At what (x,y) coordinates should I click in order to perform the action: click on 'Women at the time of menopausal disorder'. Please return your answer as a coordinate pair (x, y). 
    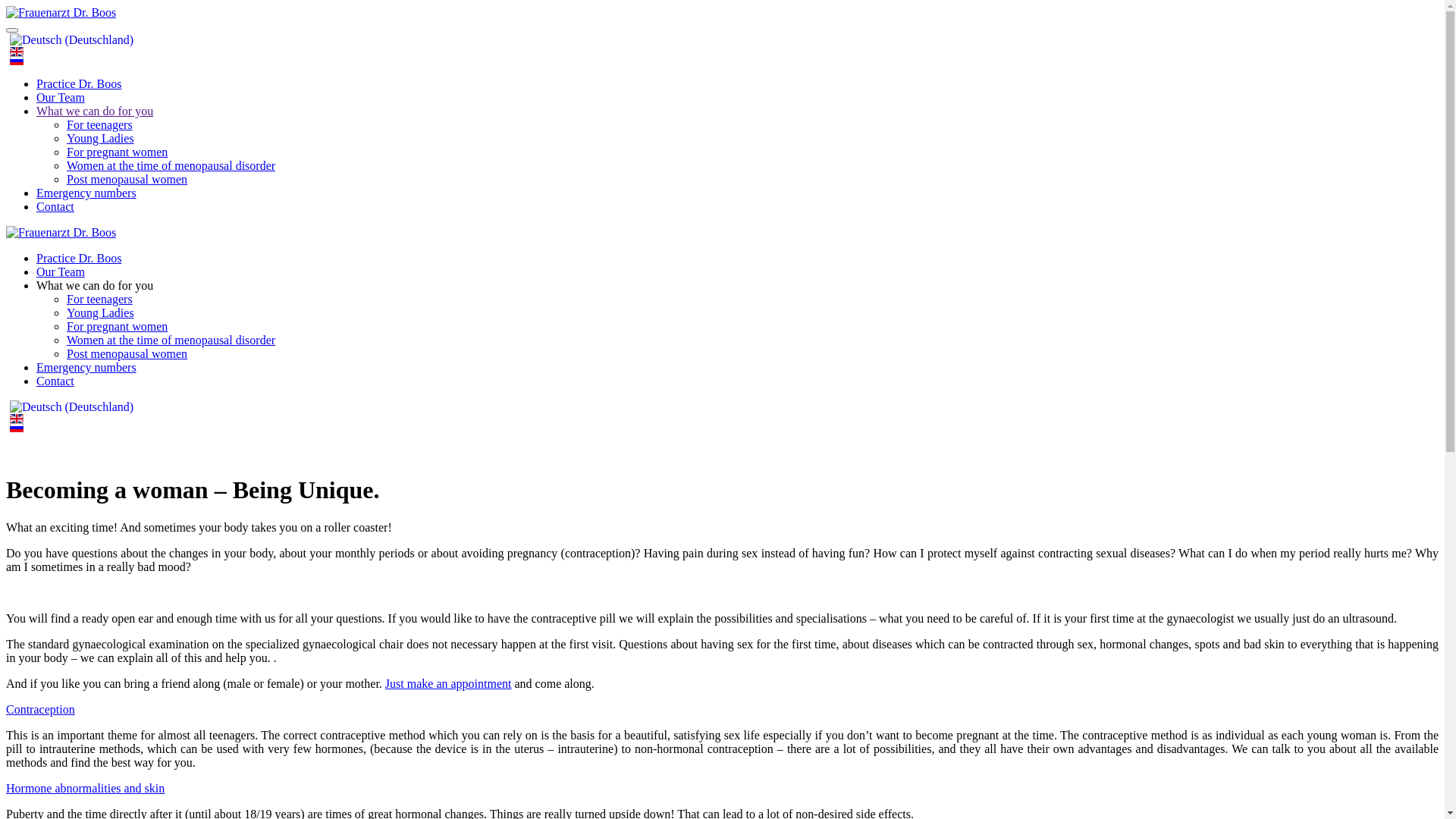
    Looking at the image, I should click on (171, 339).